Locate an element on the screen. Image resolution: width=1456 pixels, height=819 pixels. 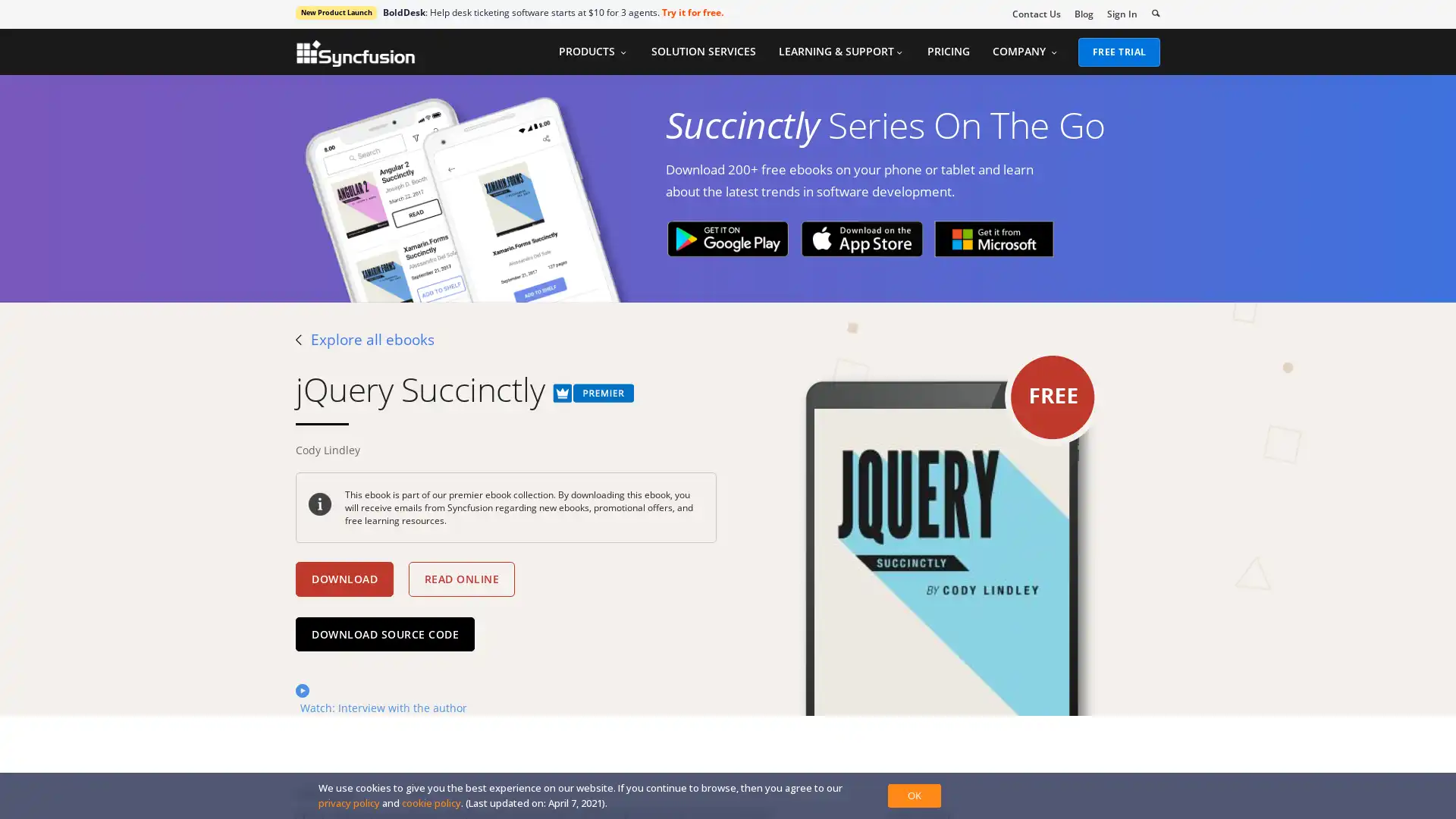
READ ONLINE is located at coordinates (460, 579).